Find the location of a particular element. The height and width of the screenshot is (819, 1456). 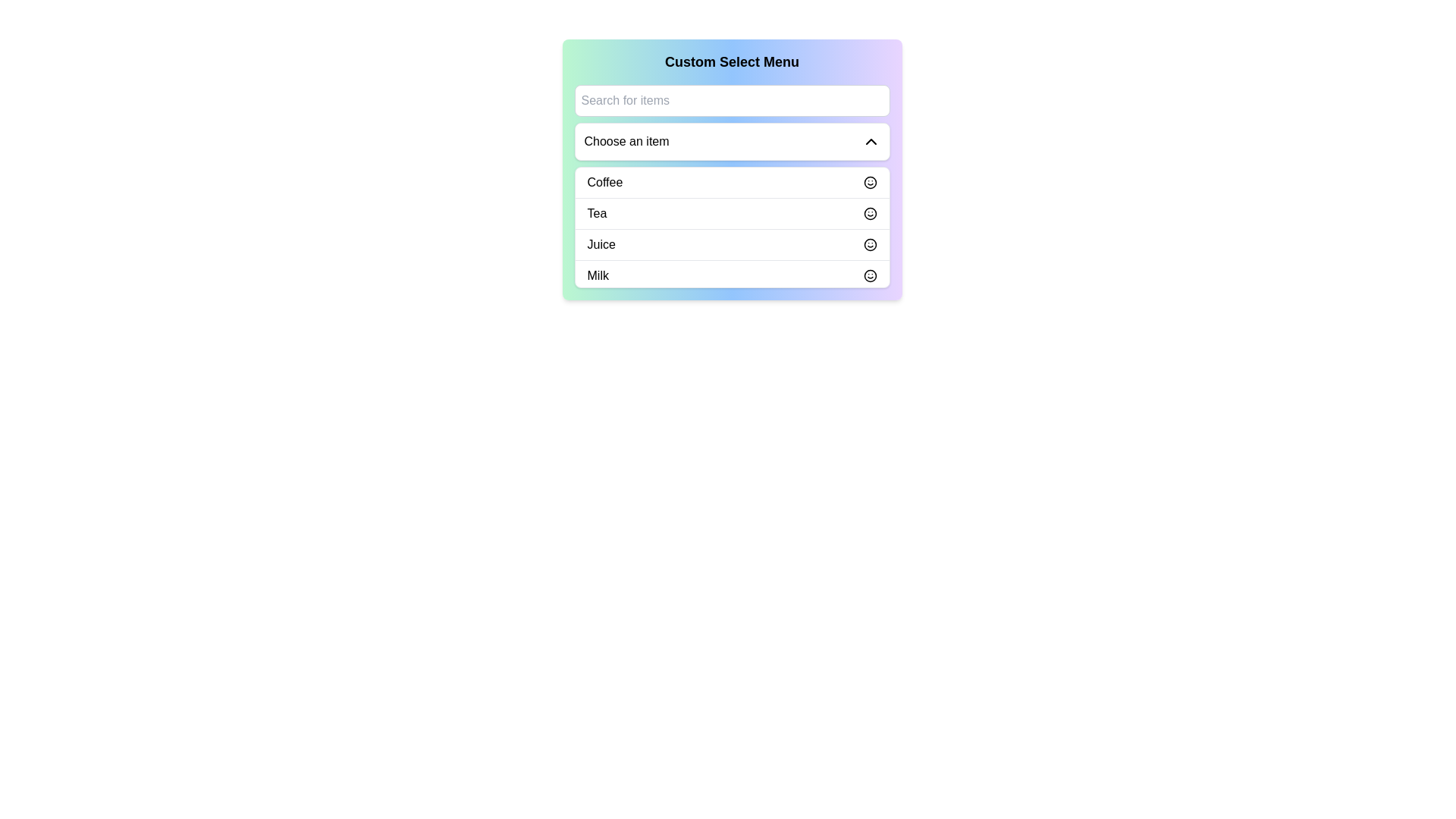

the label/text display that shows the current selection in the dropdown menu is located at coordinates (626, 141).